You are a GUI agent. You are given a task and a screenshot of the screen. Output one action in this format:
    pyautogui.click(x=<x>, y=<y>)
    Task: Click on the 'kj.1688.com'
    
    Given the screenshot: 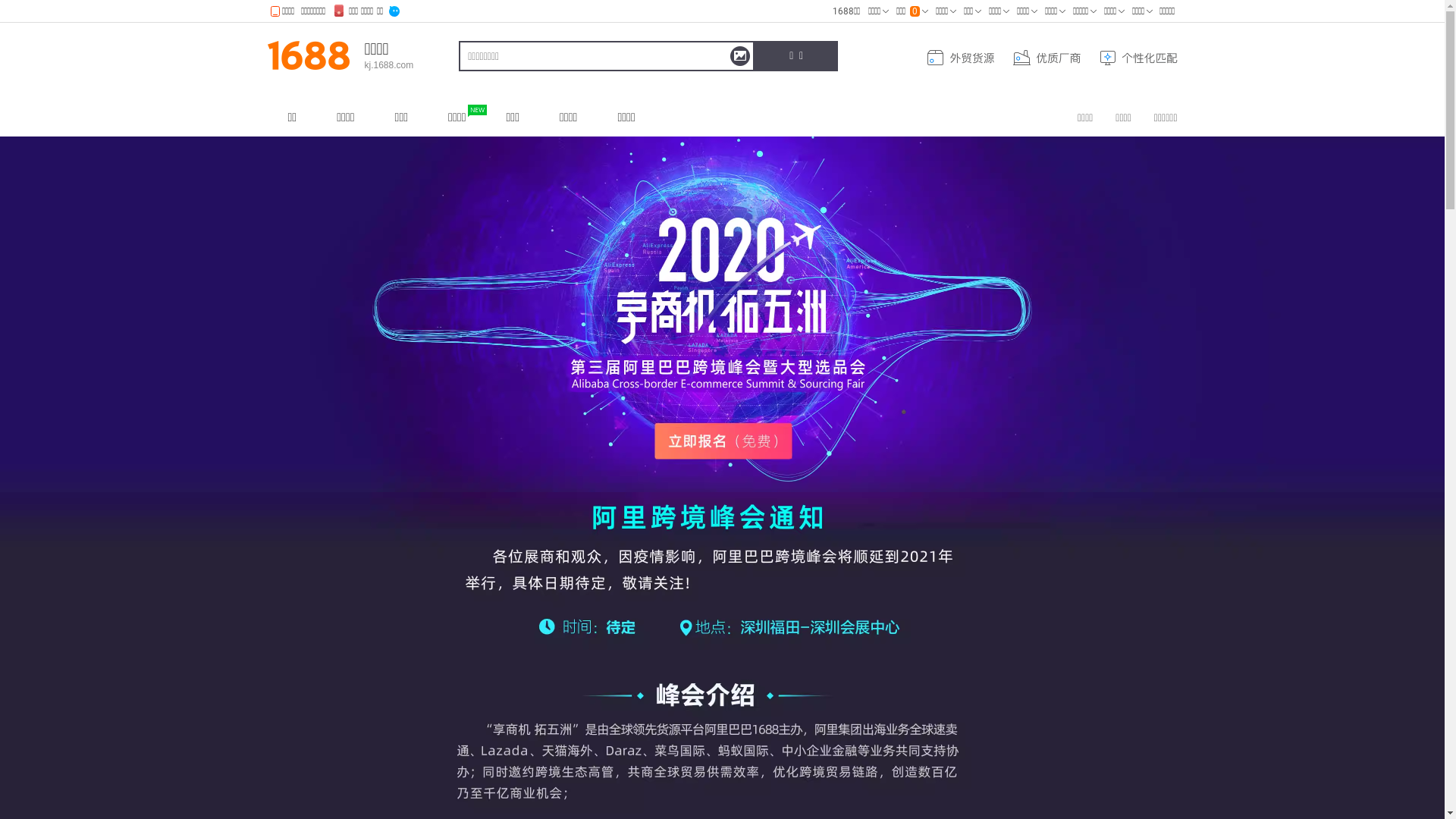 What is the action you would take?
    pyautogui.click(x=388, y=64)
    